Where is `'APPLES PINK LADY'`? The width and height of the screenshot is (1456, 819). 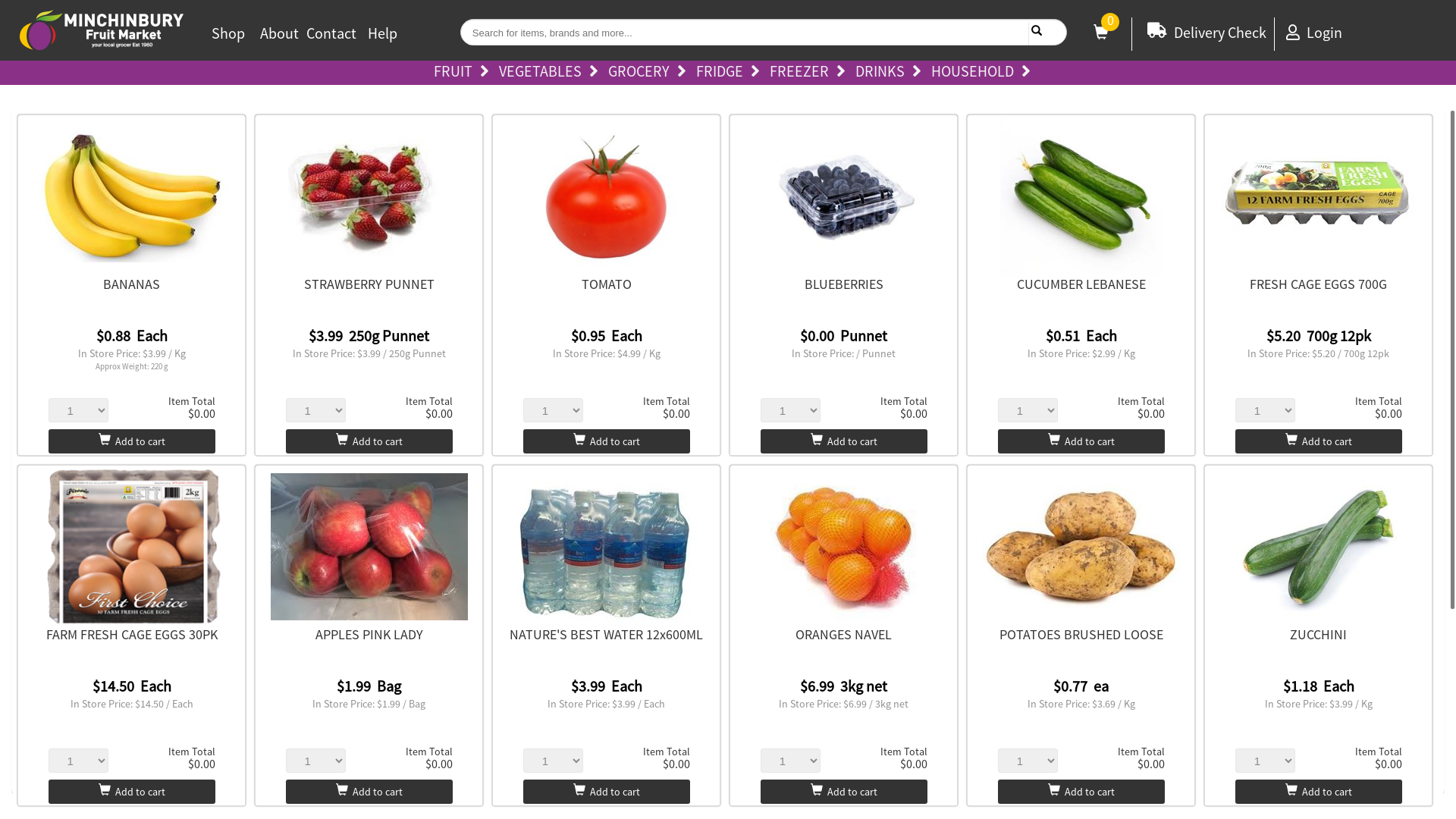 'APPLES PINK LADY' is located at coordinates (369, 634).